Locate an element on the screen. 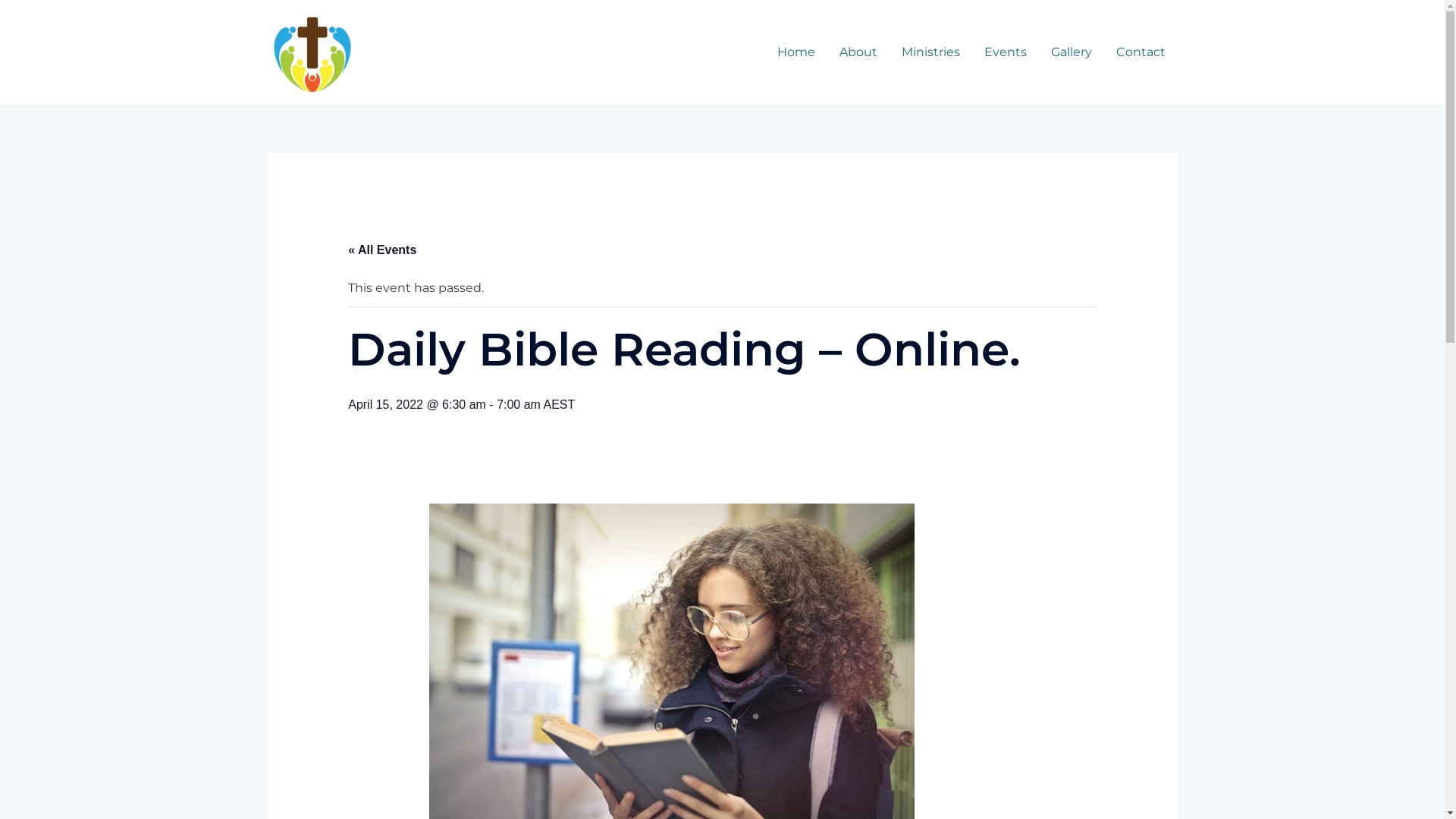 This screenshot has height=819, width=1456. 'About' is located at coordinates (858, 52).